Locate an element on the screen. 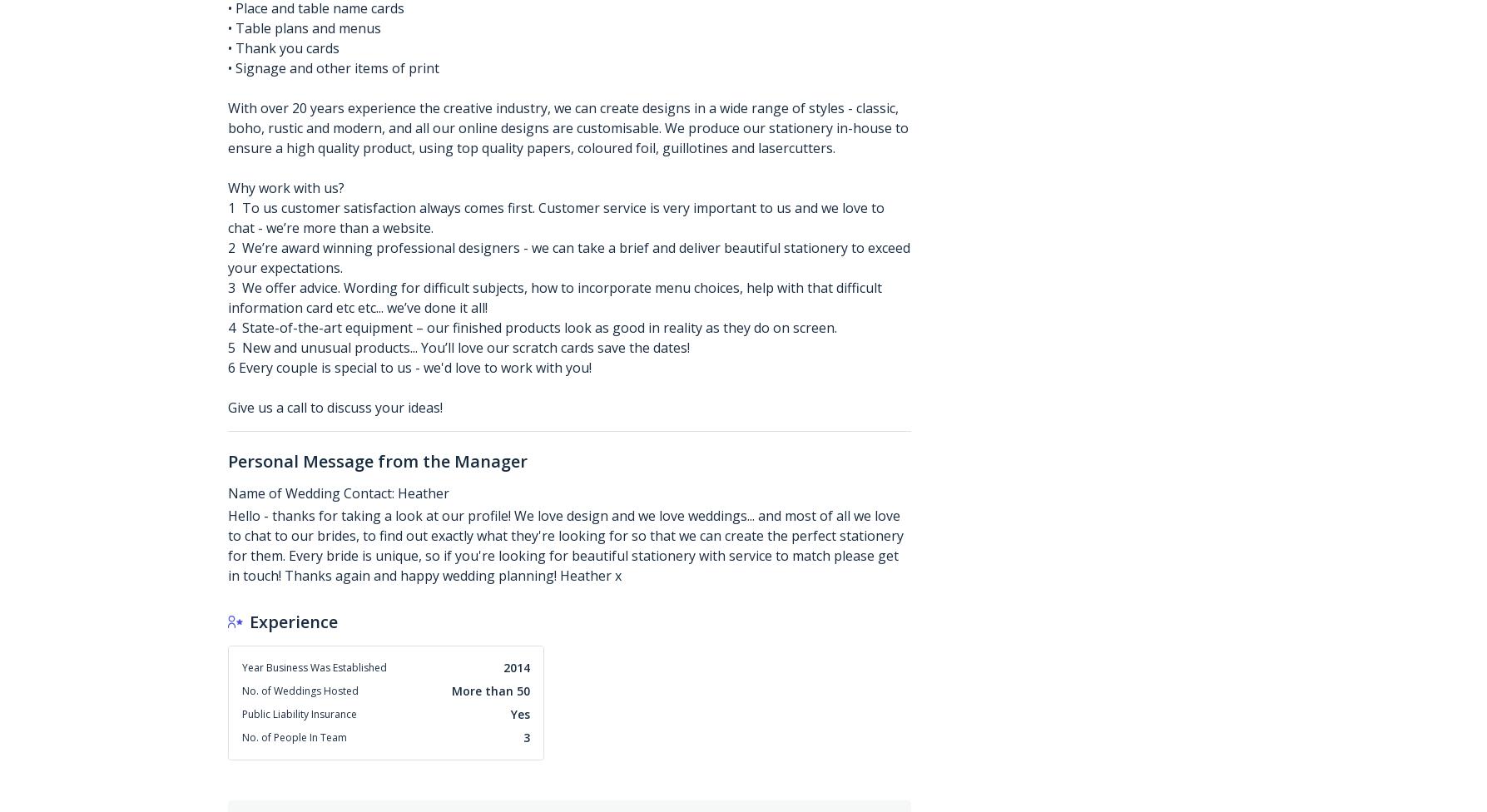  'Year Business Was Established' is located at coordinates (314, 666).